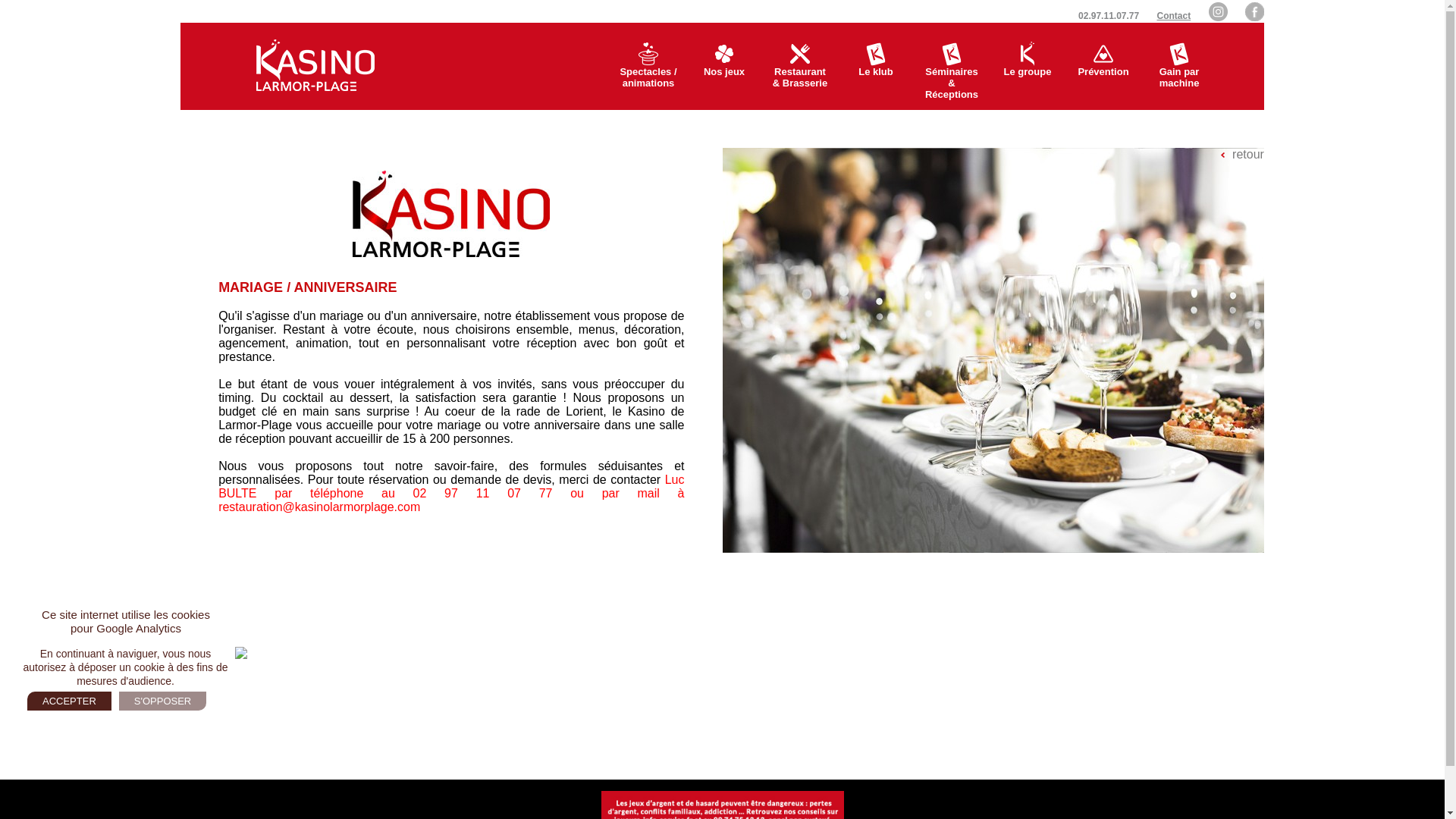 This screenshot has height=819, width=1456. I want to click on 'ACCEPTER', so click(68, 701).